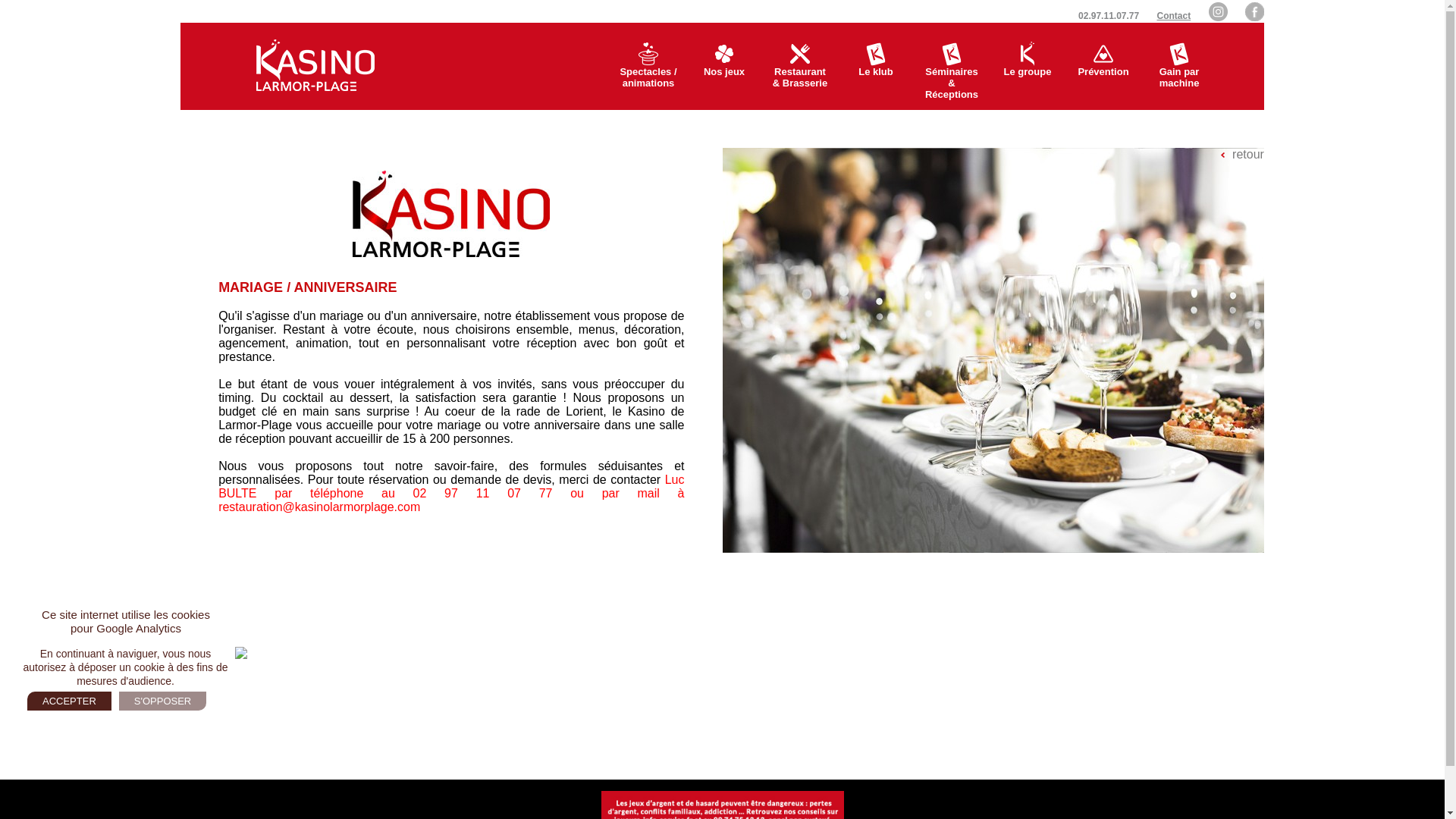 This screenshot has height=819, width=1456. I want to click on 'ACCEPTER', so click(68, 701).